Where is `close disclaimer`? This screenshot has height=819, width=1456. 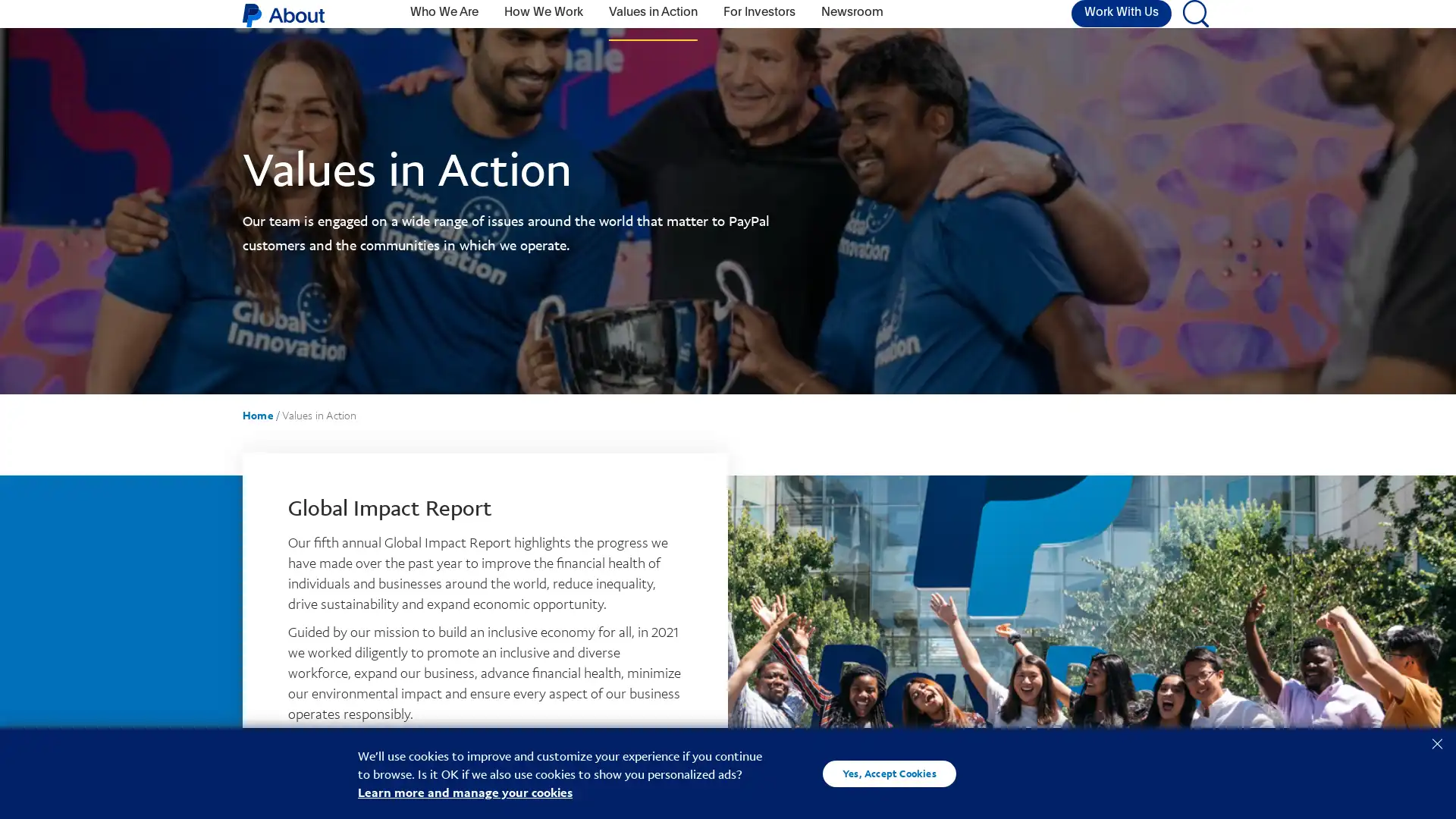 close disclaimer is located at coordinates (1436, 742).